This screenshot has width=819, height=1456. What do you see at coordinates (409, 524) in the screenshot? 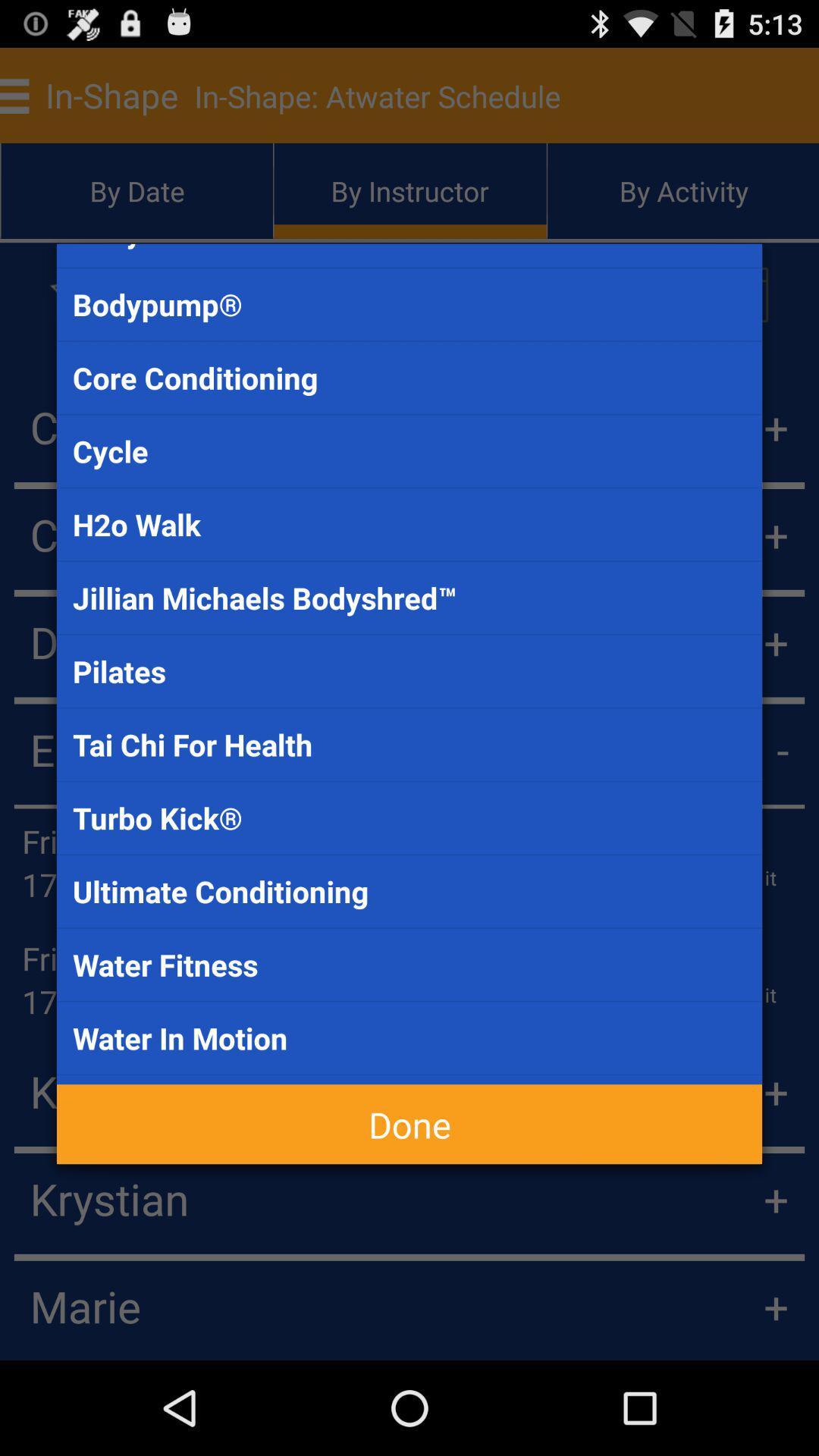
I see `the item below the cycle item` at bounding box center [409, 524].